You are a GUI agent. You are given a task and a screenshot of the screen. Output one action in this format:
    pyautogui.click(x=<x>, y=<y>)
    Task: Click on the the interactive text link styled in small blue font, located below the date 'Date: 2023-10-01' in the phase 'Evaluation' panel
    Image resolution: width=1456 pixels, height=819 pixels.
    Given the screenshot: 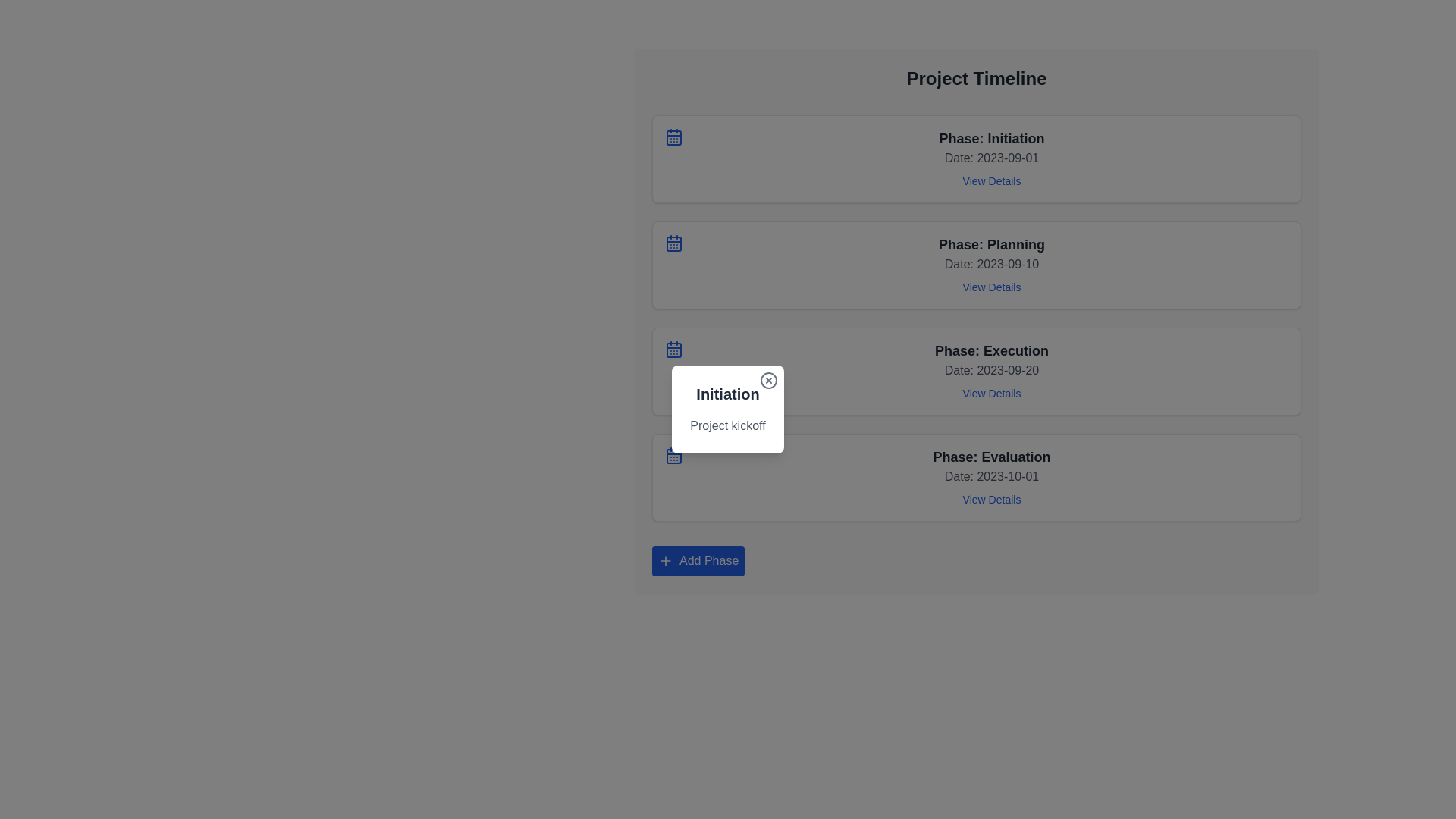 What is the action you would take?
    pyautogui.click(x=992, y=500)
    